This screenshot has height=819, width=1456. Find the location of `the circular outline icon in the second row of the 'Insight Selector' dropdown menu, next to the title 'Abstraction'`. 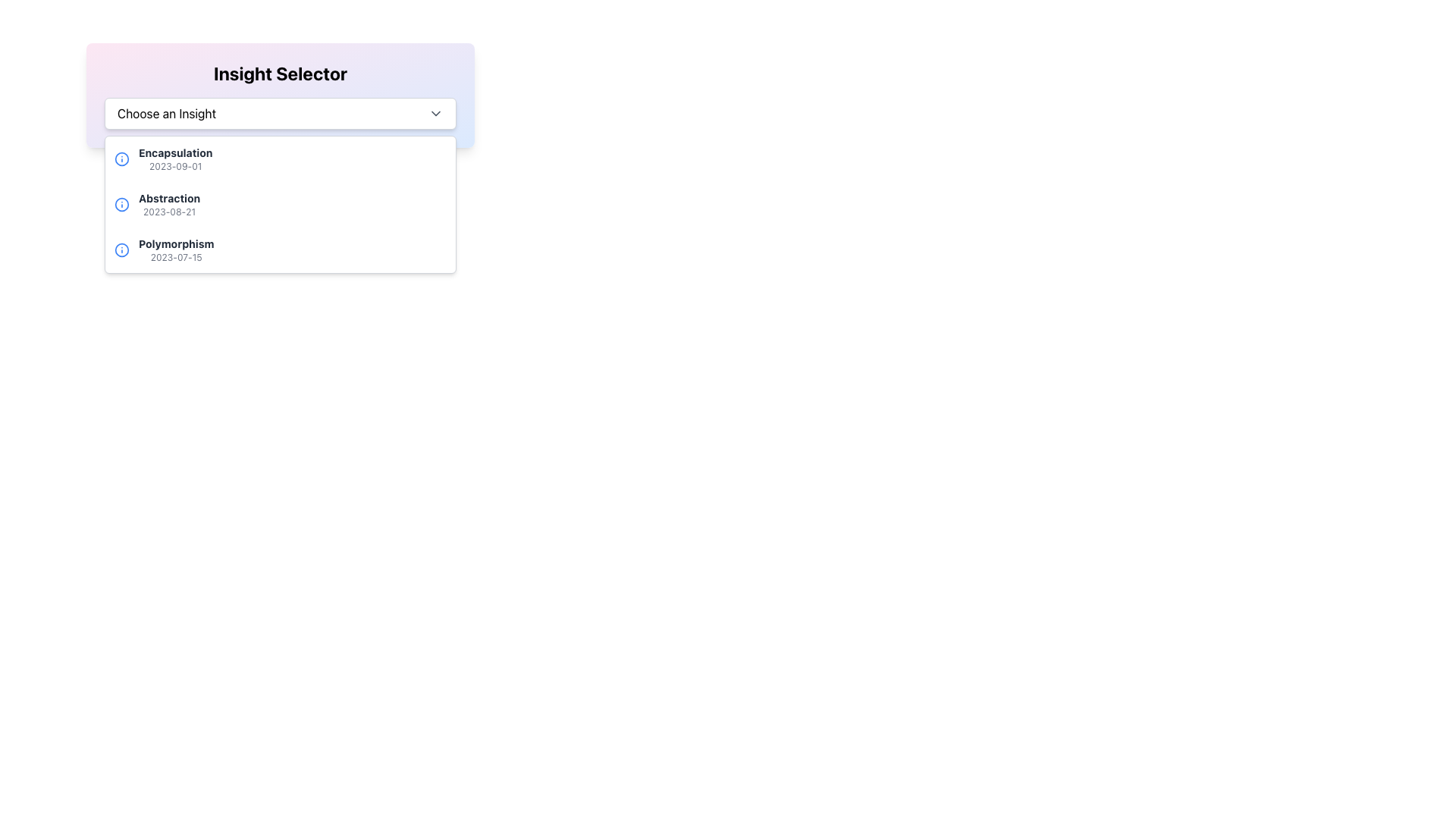

the circular outline icon in the second row of the 'Insight Selector' dropdown menu, next to the title 'Abstraction' is located at coordinates (122, 205).